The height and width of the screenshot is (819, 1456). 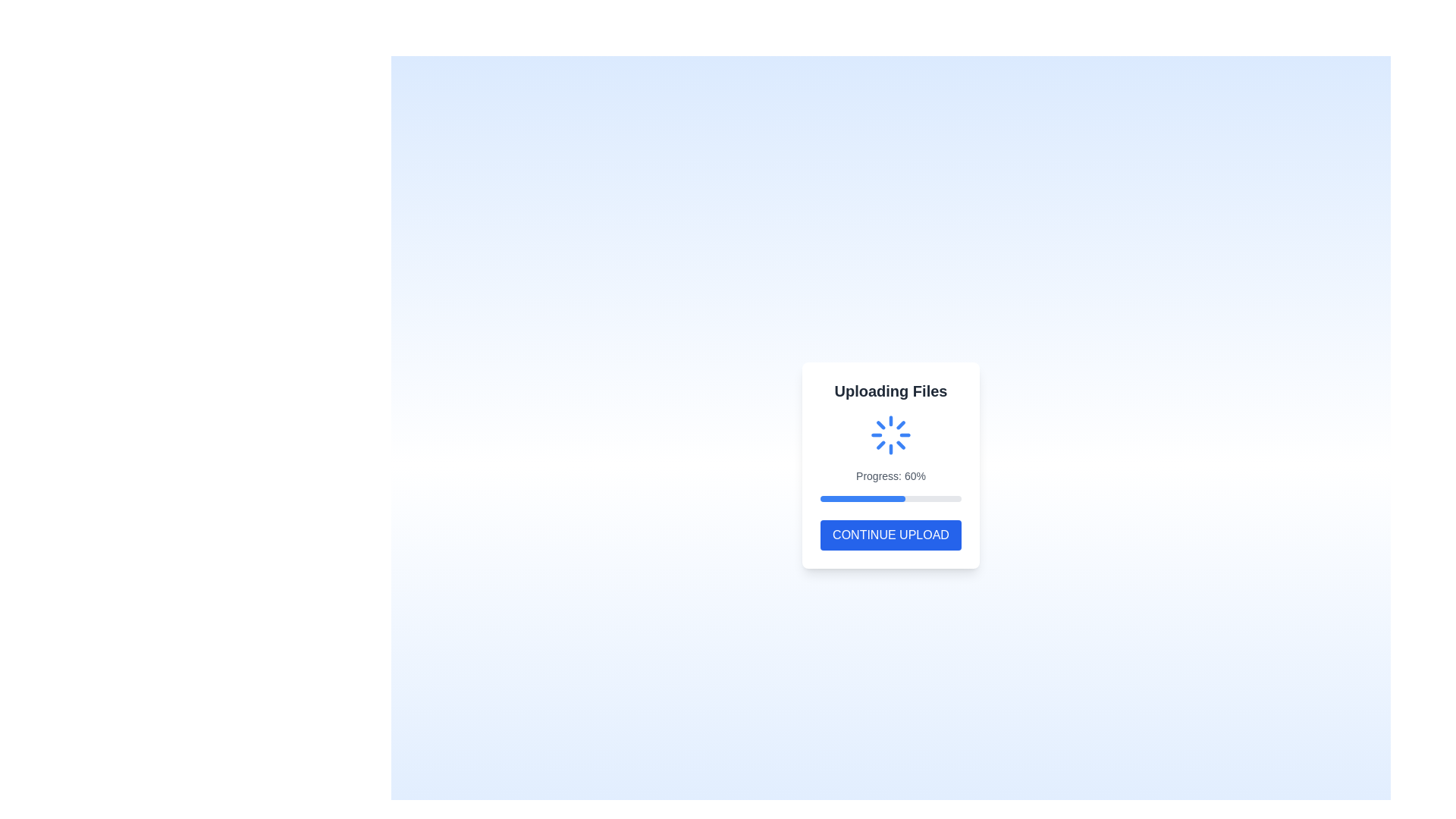 What do you see at coordinates (884, 447) in the screenshot?
I see `the second line segment of the loading spinner located in the top-right quadrant of the spinner` at bounding box center [884, 447].